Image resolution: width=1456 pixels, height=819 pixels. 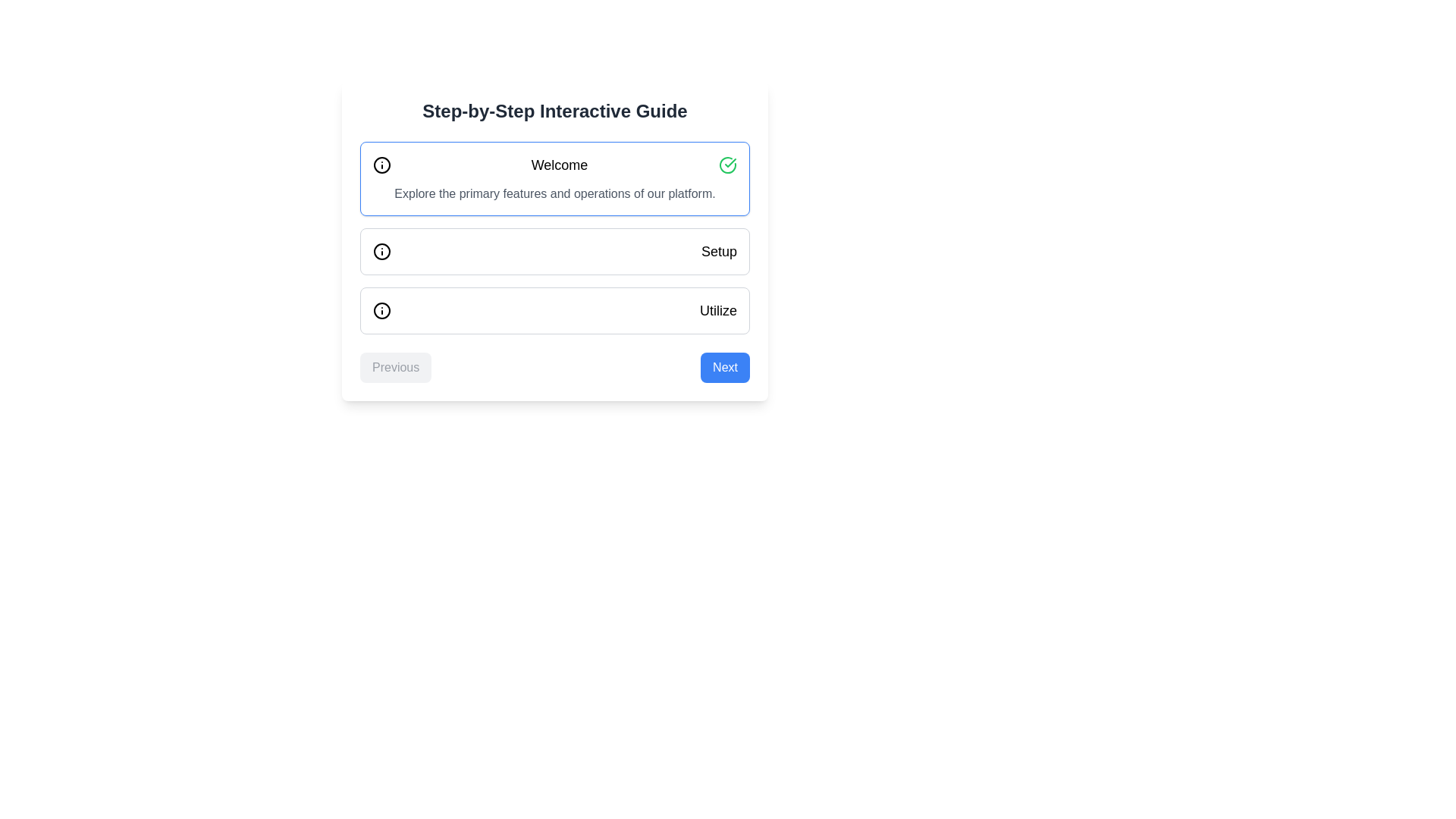 What do you see at coordinates (554, 250) in the screenshot?
I see `the 'Setup' button in the step-by-step guide interface` at bounding box center [554, 250].